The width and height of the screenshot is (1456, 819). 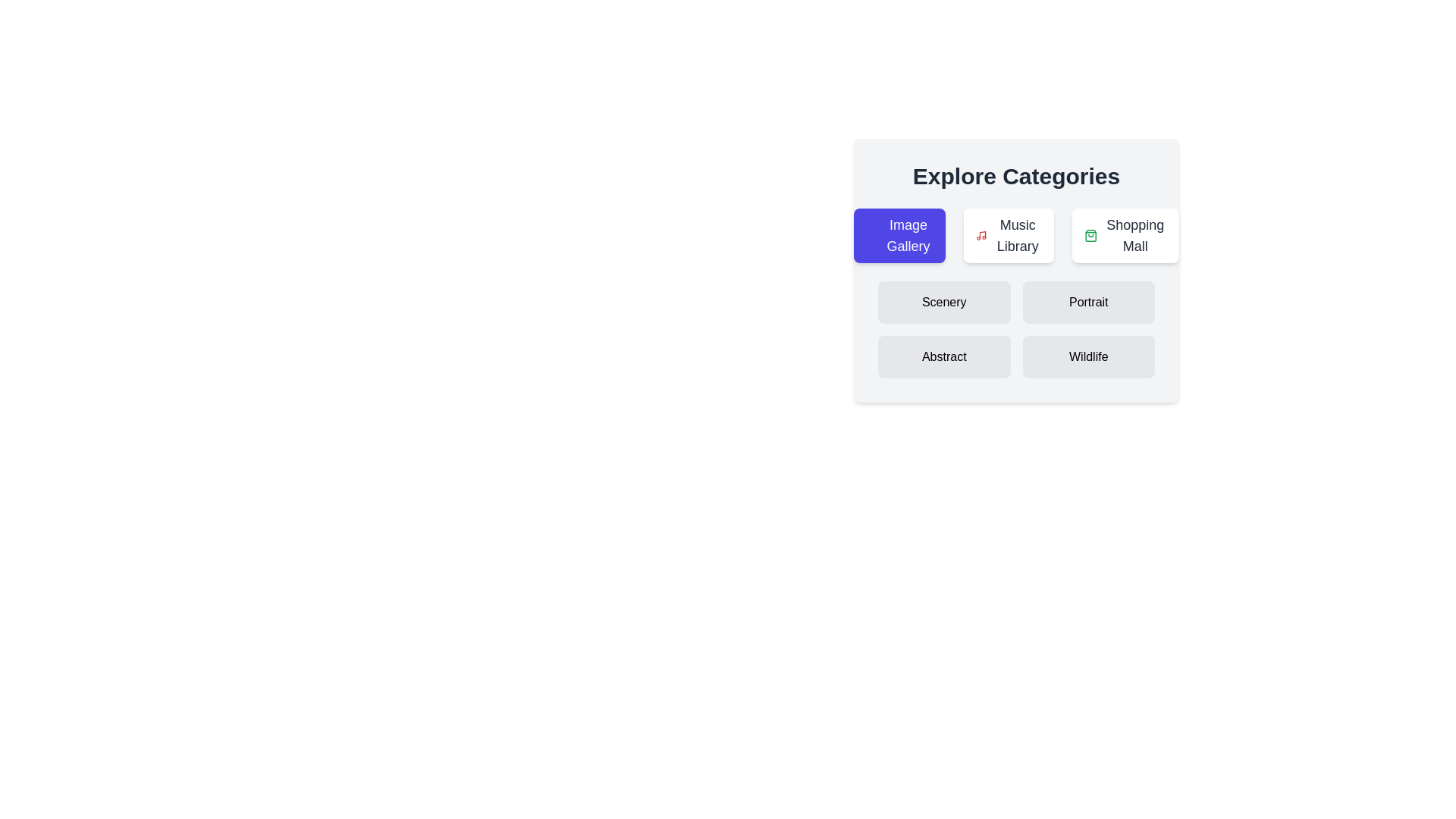 What do you see at coordinates (1087, 356) in the screenshot?
I see `the 'Wildlife' button in the 'Explore Categories' section` at bounding box center [1087, 356].